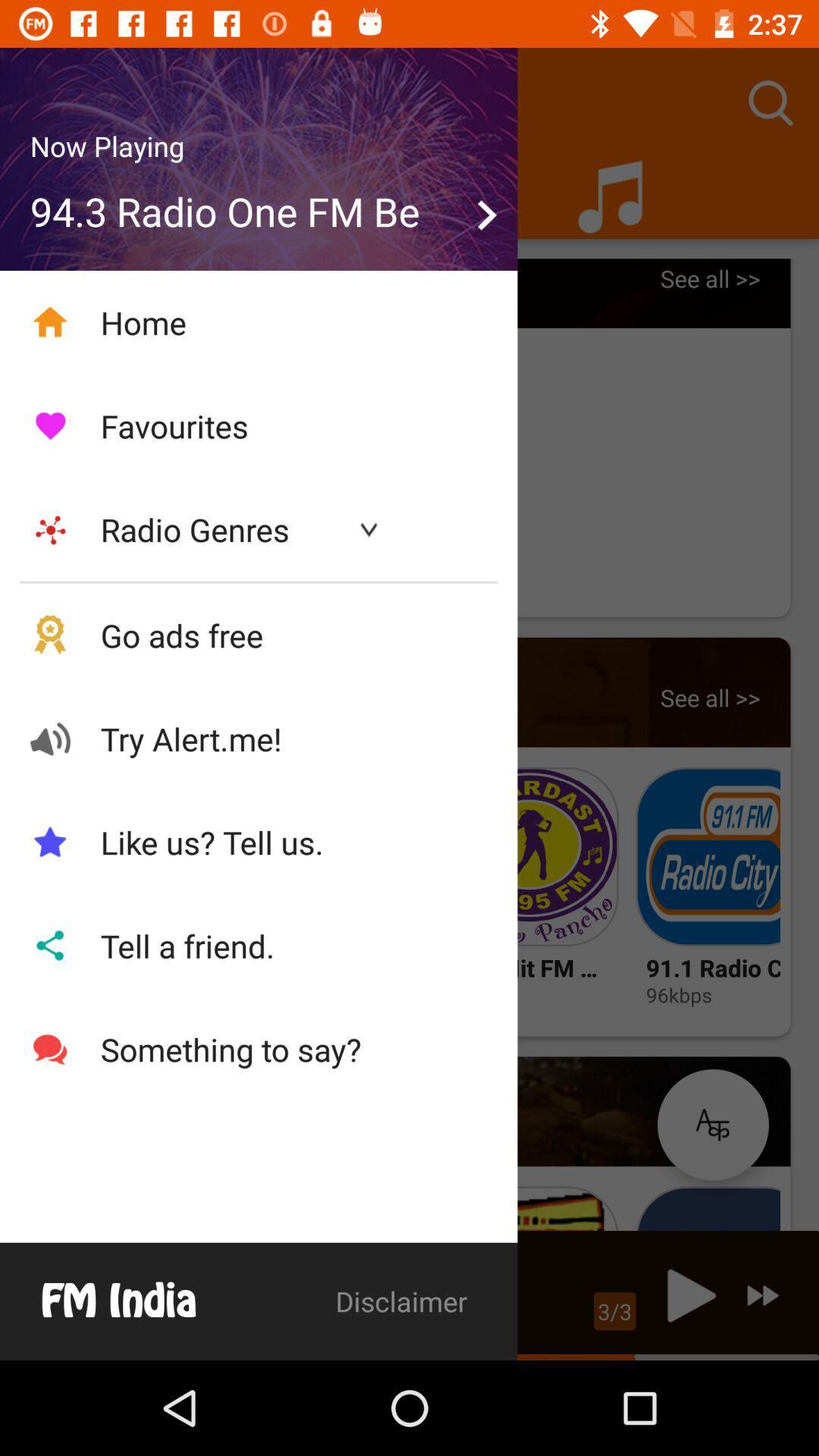 Image resolution: width=819 pixels, height=1456 pixels. I want to click on the star icon, so click(713, 1125).